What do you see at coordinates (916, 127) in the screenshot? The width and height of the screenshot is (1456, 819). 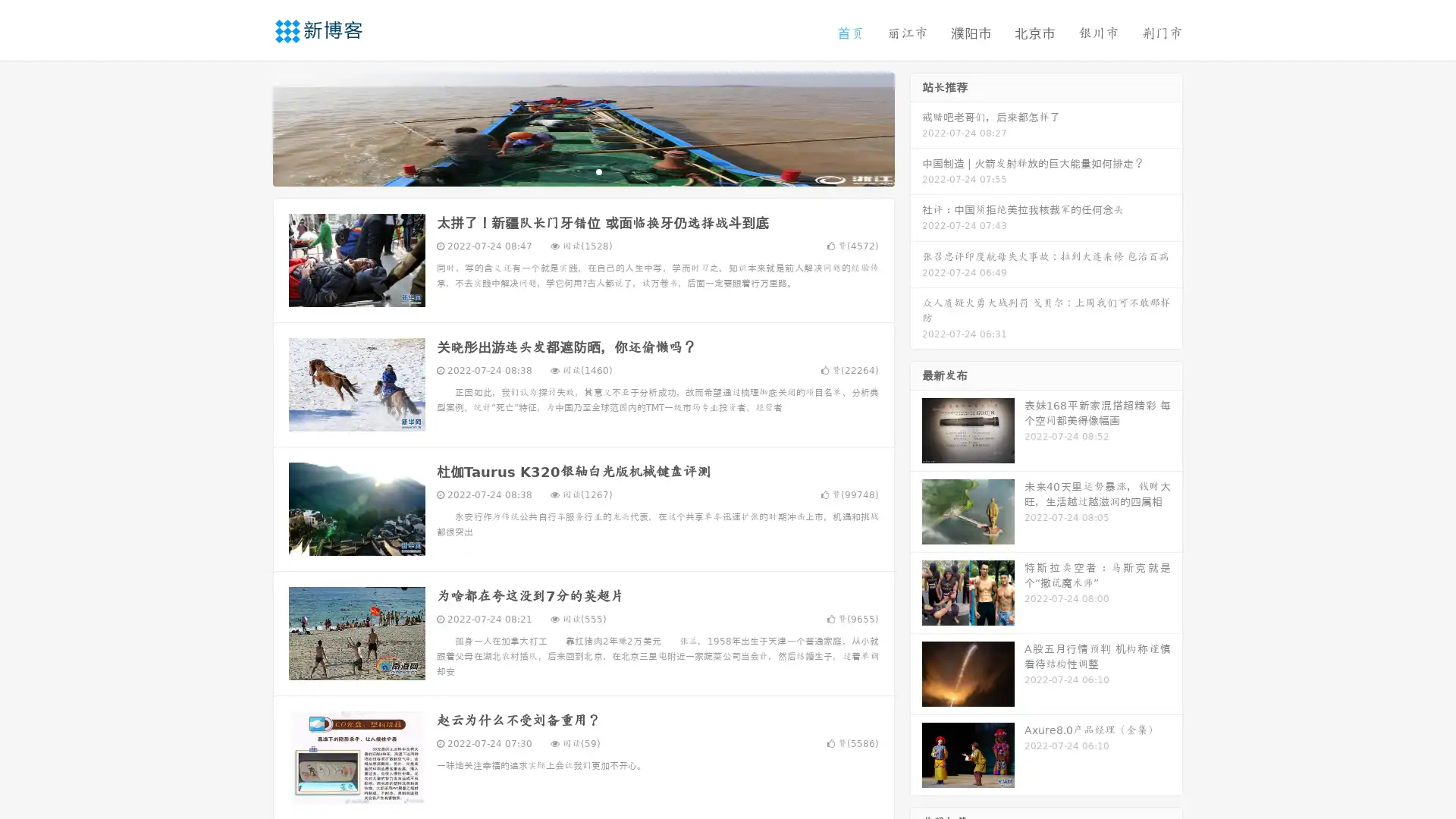 I see `Next slide` at bounding box center [916, 127].